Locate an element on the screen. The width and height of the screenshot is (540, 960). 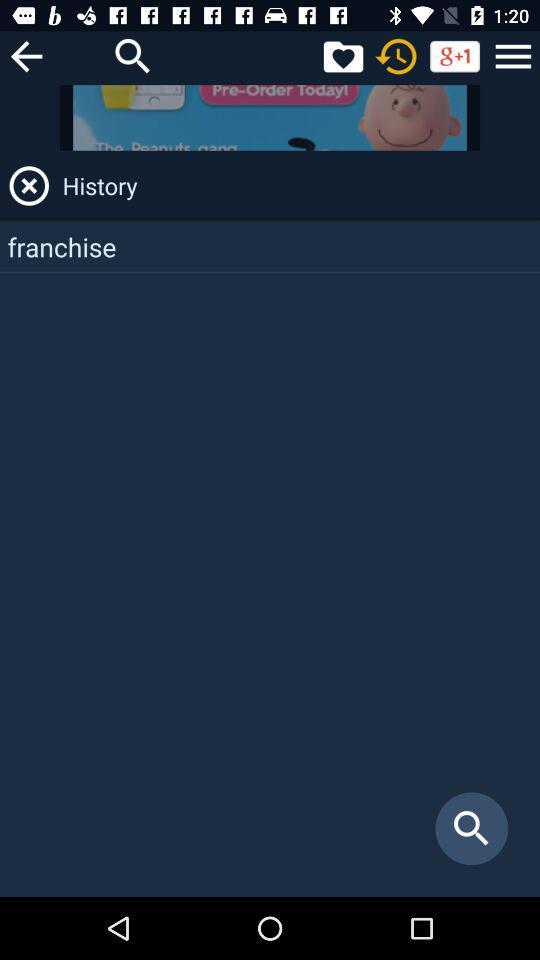
item next to the history icon is located at coordinates (28, 186).